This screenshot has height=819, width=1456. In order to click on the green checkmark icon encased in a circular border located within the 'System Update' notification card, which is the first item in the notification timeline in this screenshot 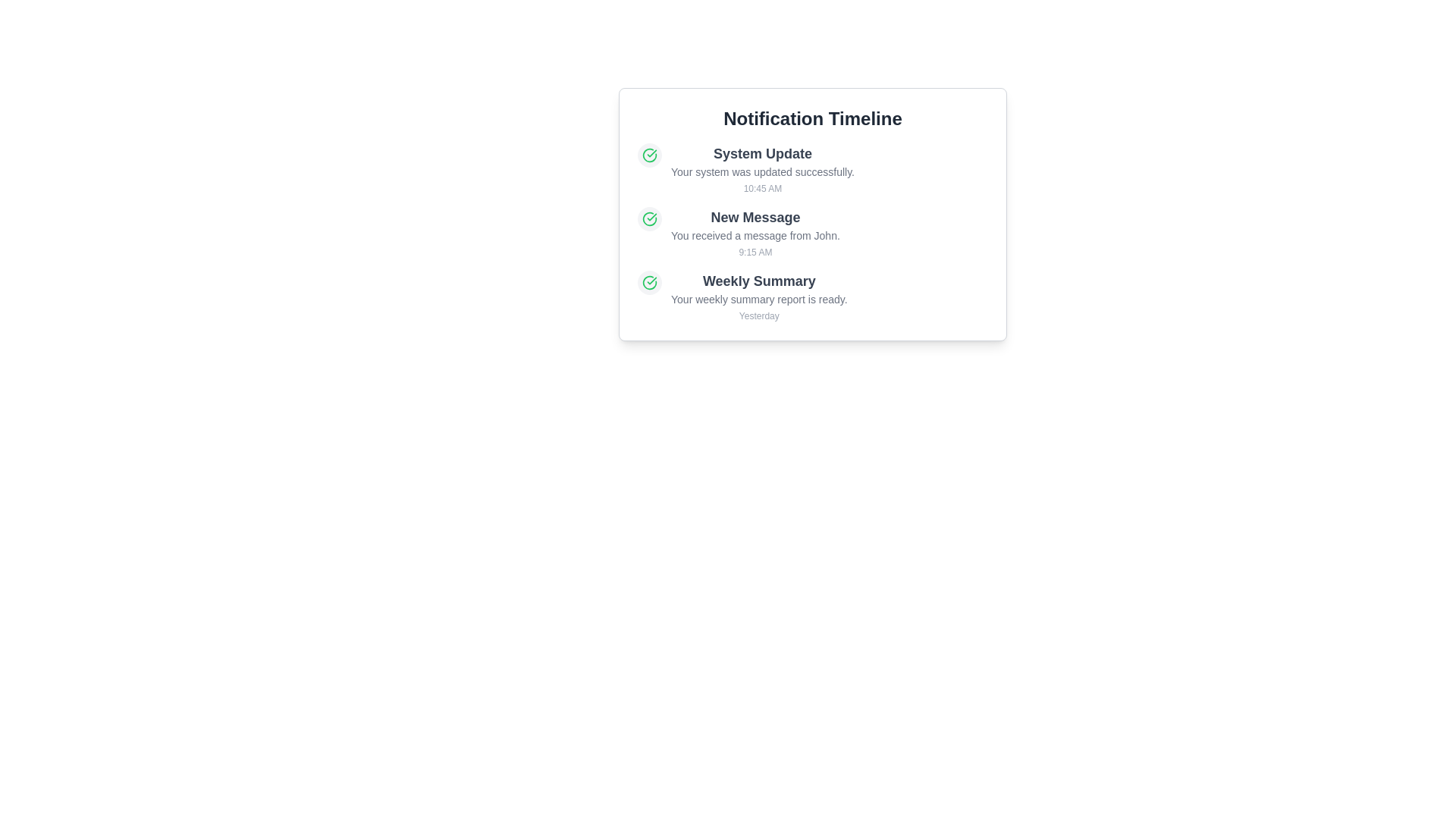, I will do `click(650, 155)`.